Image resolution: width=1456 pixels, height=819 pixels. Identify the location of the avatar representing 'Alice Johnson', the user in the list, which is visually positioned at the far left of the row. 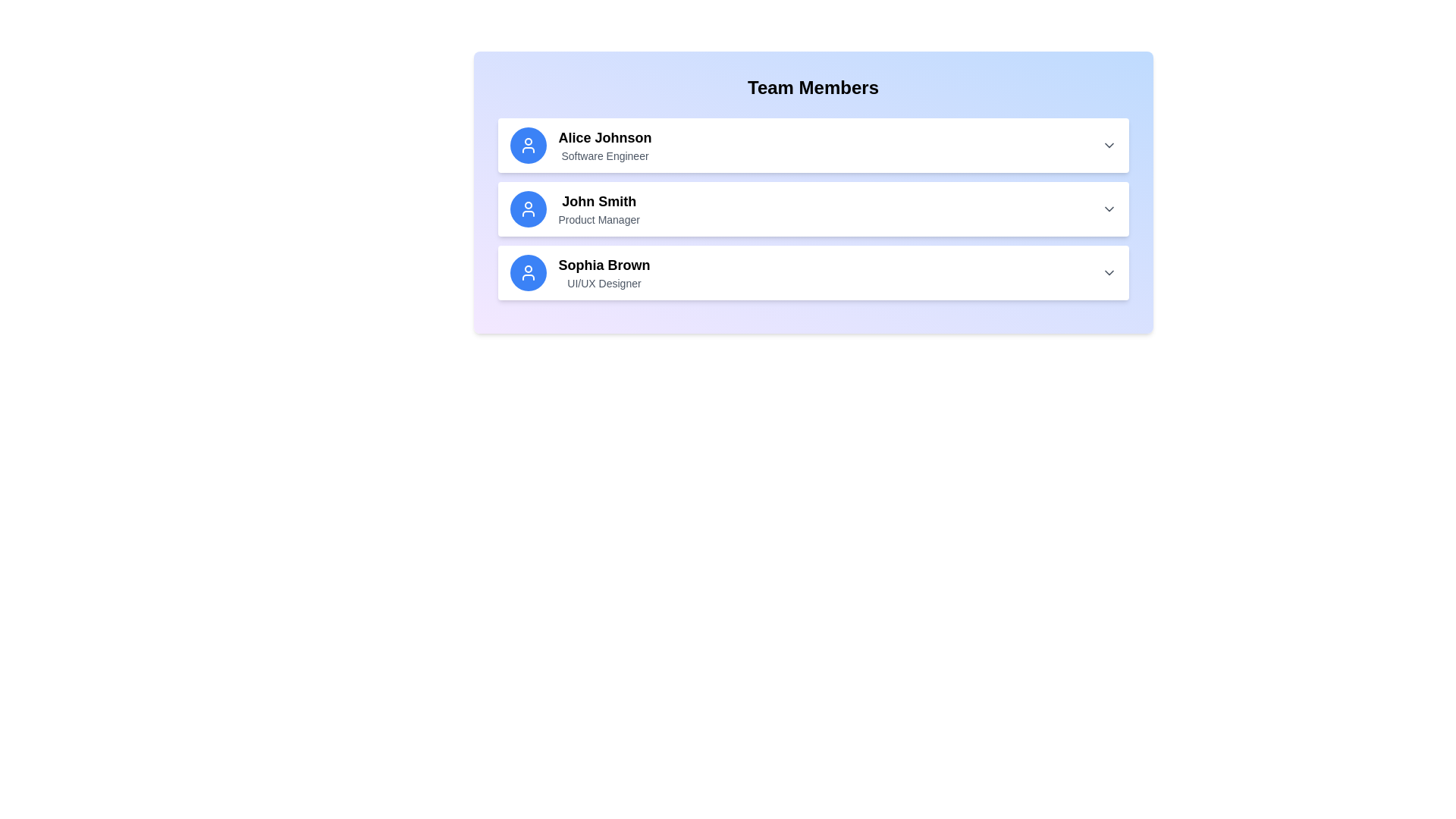
(528, 146).